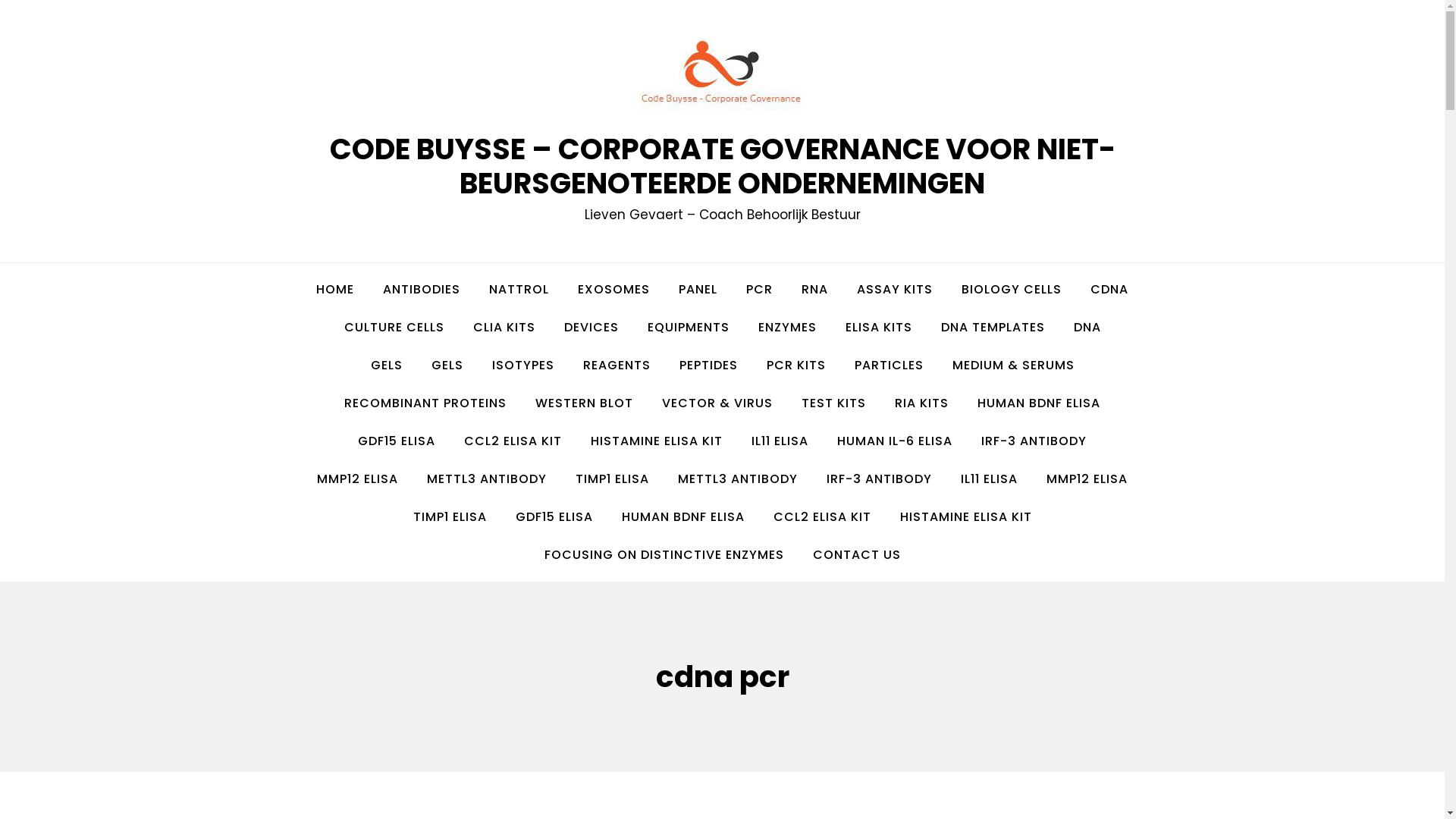  What do you see at coordinates (780, 441) in the screenshot?
I see `'IL11 ELISA'` at bounding box center [780, 441].